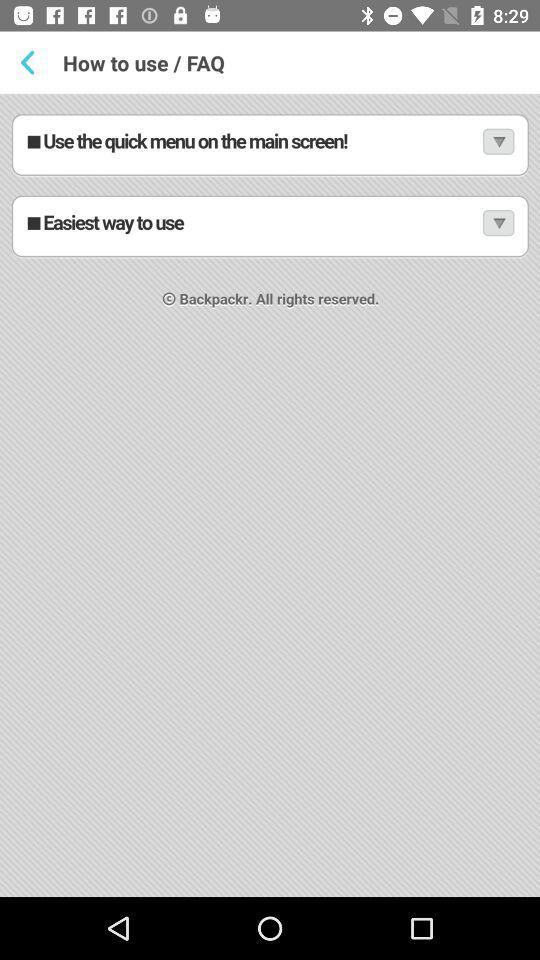 This screenshot has width=540, height=960. What do you see at coordinates (270, 494) in the screenshot?
I see `how to use and faq page` at bounding box center [270, 494].